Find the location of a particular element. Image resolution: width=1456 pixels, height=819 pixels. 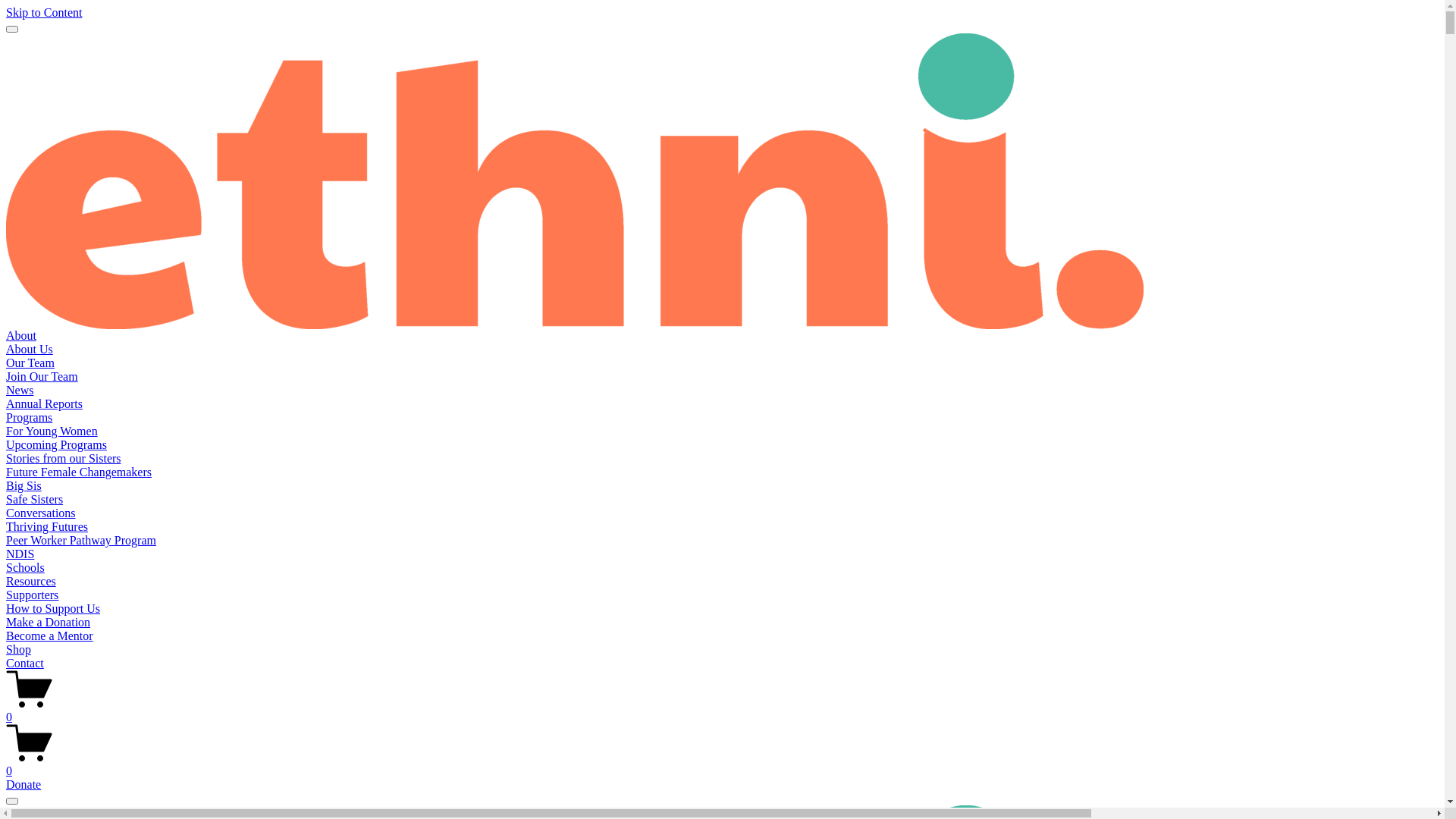

'Stories from our Sisters' is located at coordinates (62, 457).